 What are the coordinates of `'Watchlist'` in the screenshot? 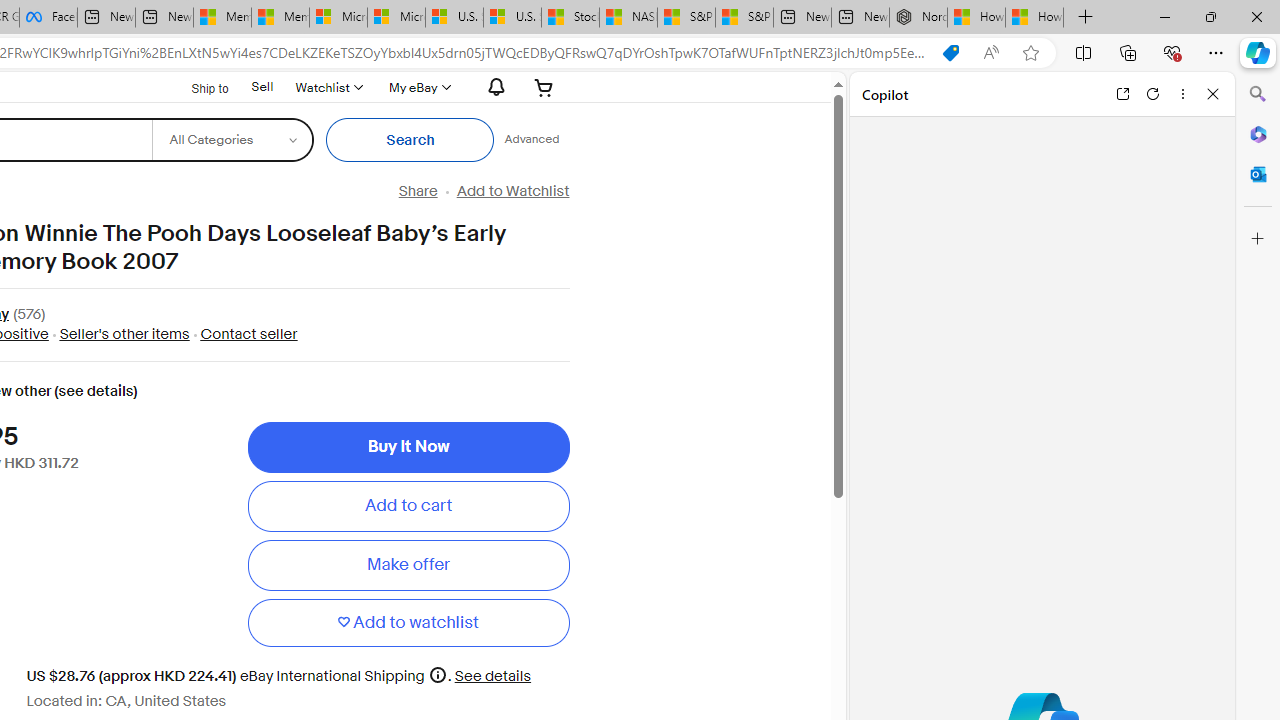 It's located at (328, 86).